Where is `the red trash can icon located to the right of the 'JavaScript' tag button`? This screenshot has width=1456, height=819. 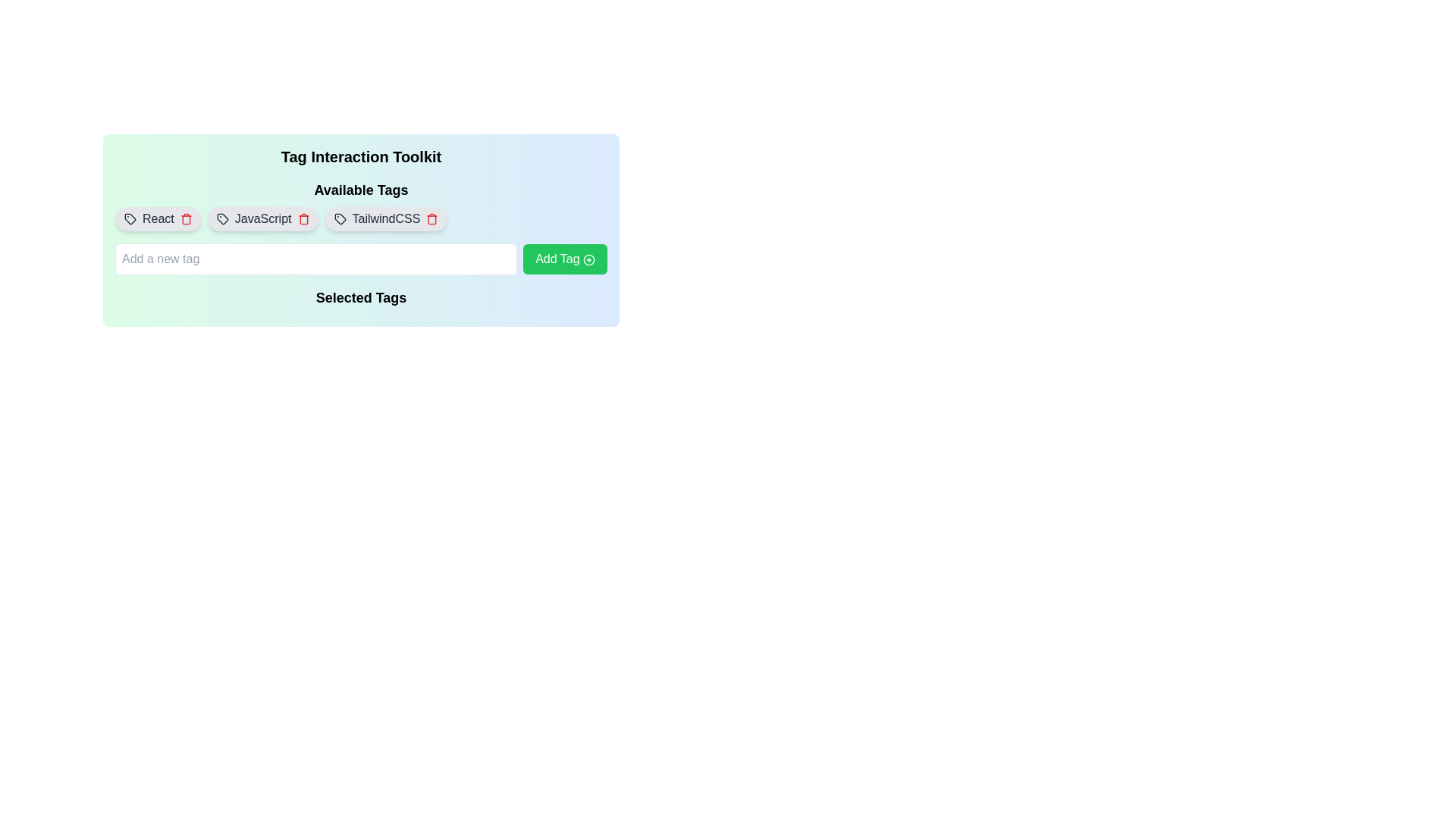
the red trash can icon located to the right of the 'JavaScript' tag button is located at coordinates (303, 219).